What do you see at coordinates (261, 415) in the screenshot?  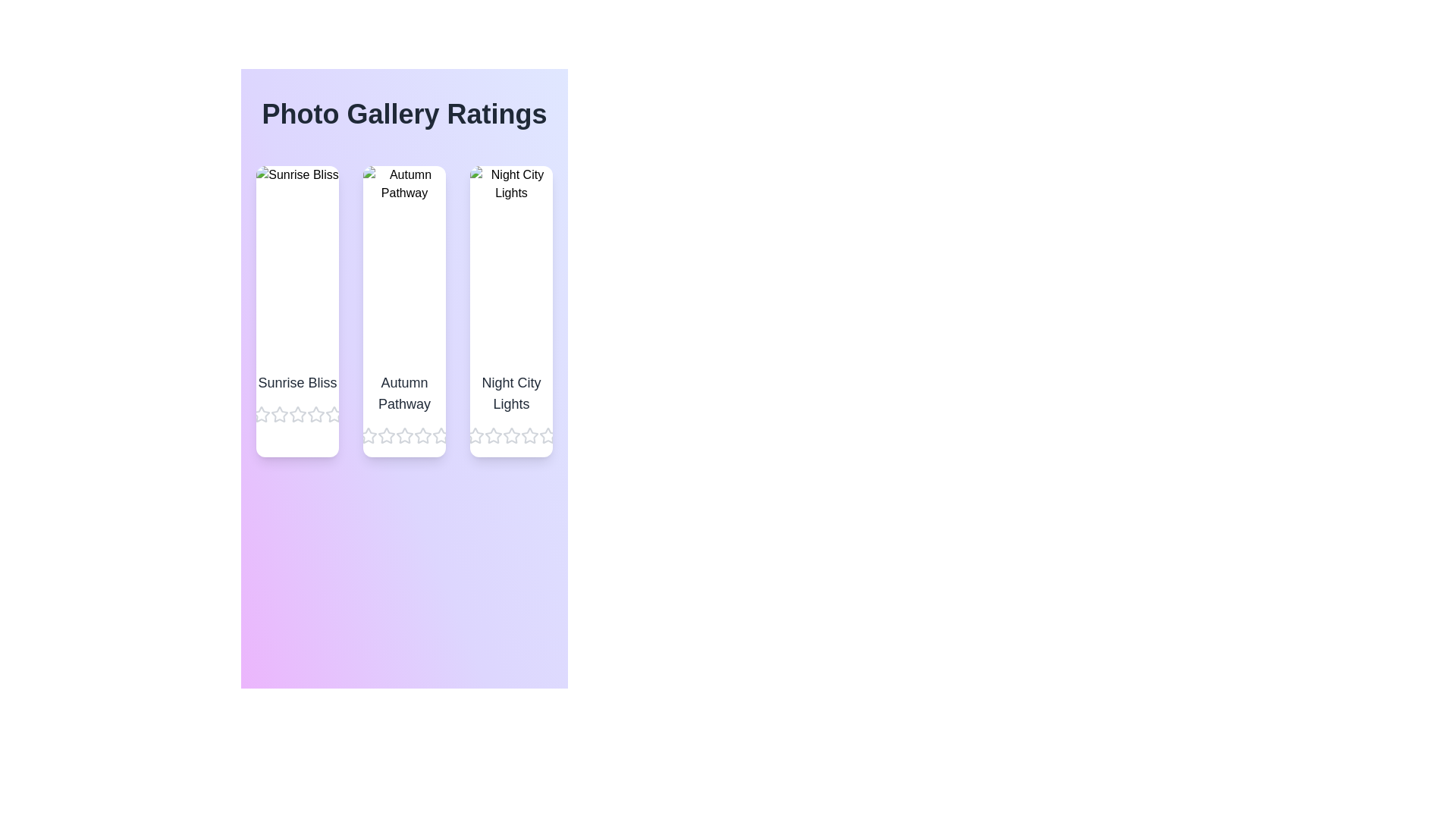 I see `the star corresponding to 1 stars for the image titled Sunrise Bliss` at bounding box center [261, 415].